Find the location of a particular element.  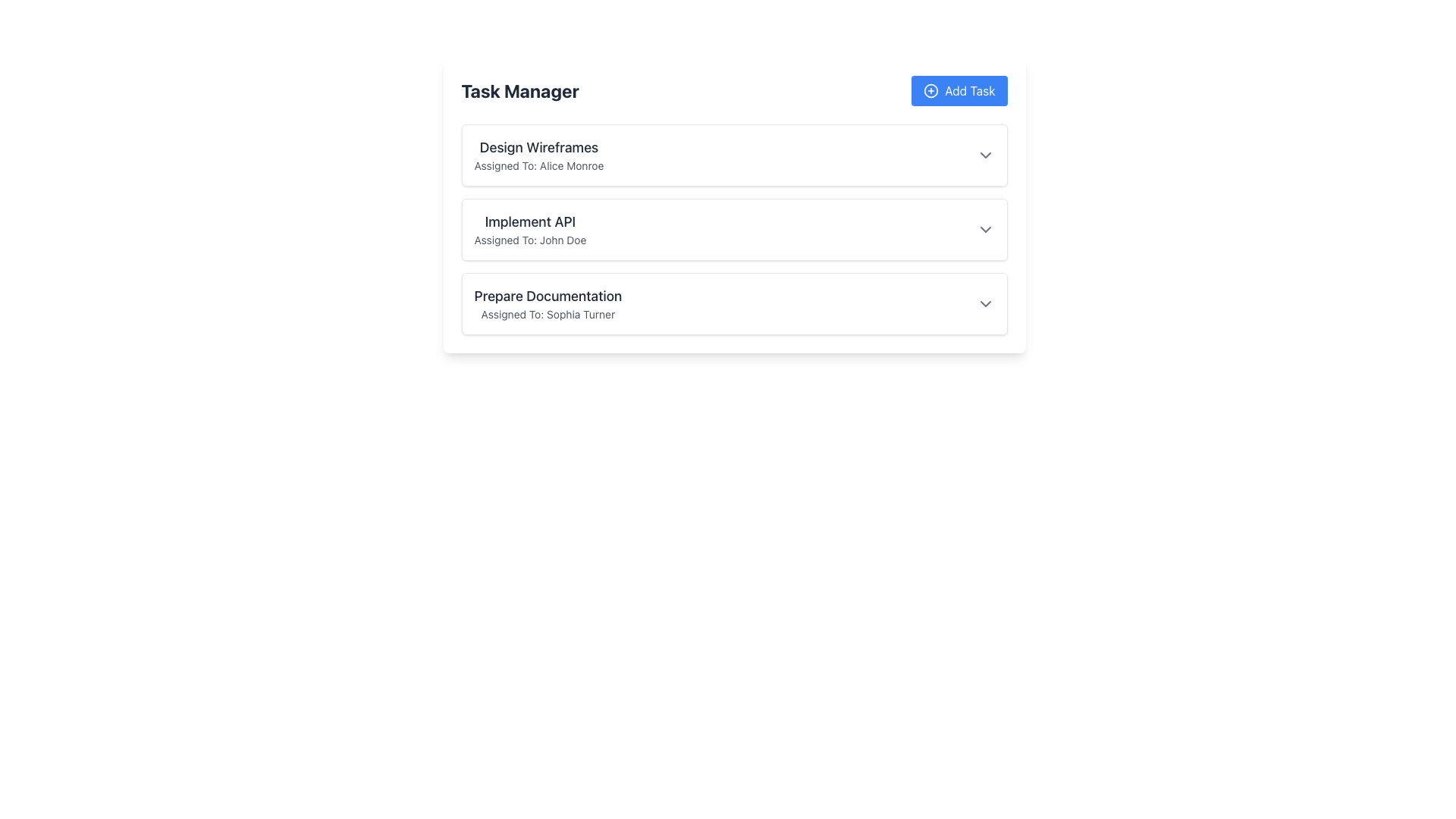

the text element titled 'Implement API', which is located within the second task card, positioned between 'Design Wireframes' and 'Prepare Documentation' is located at coordinates (530, 222).